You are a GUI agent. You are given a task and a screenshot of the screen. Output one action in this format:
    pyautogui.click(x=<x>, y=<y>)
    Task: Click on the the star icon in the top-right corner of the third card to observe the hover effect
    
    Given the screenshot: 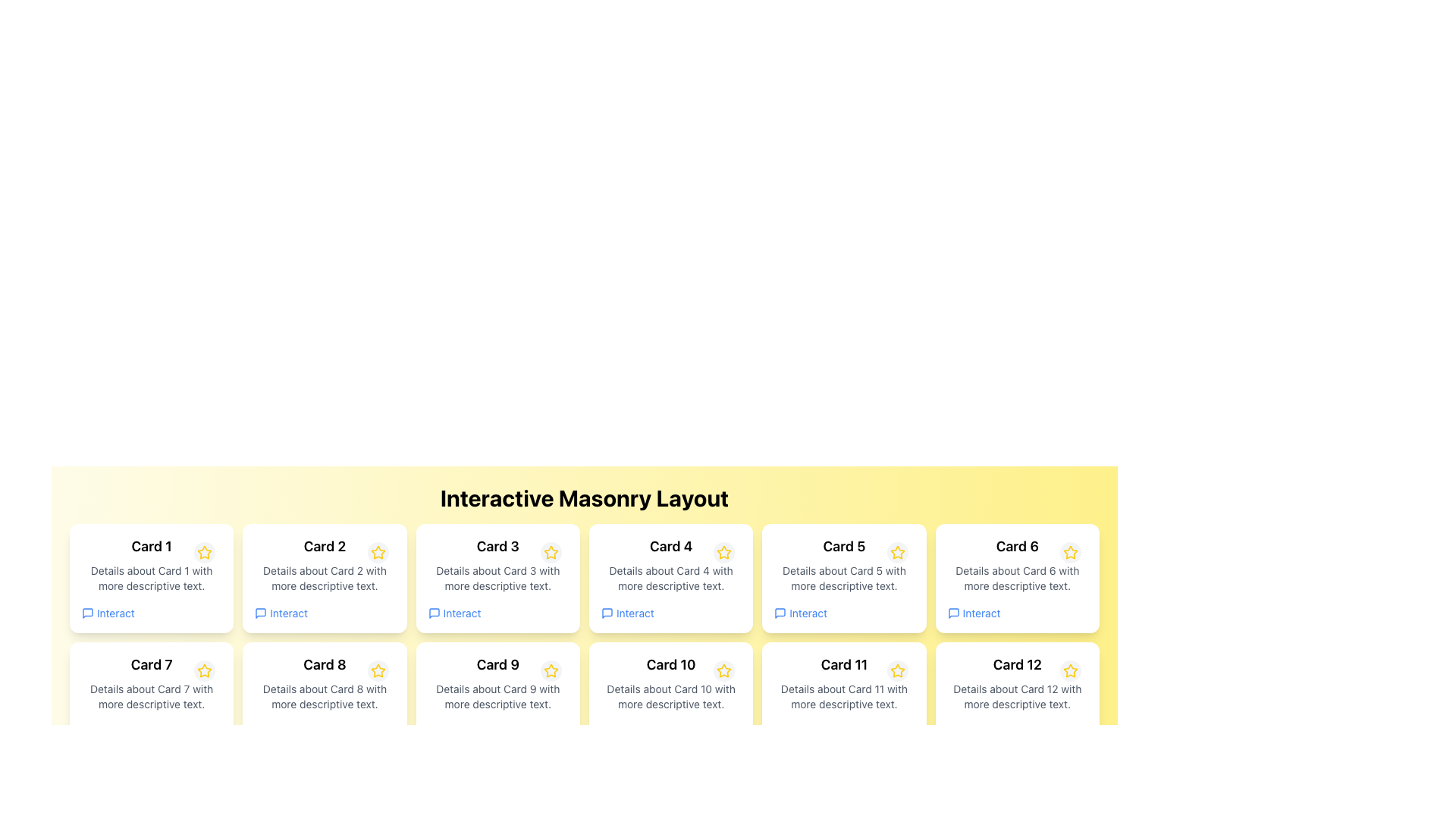 What is the action you would take?
    pyautogui.click(x=550, y=553)
    